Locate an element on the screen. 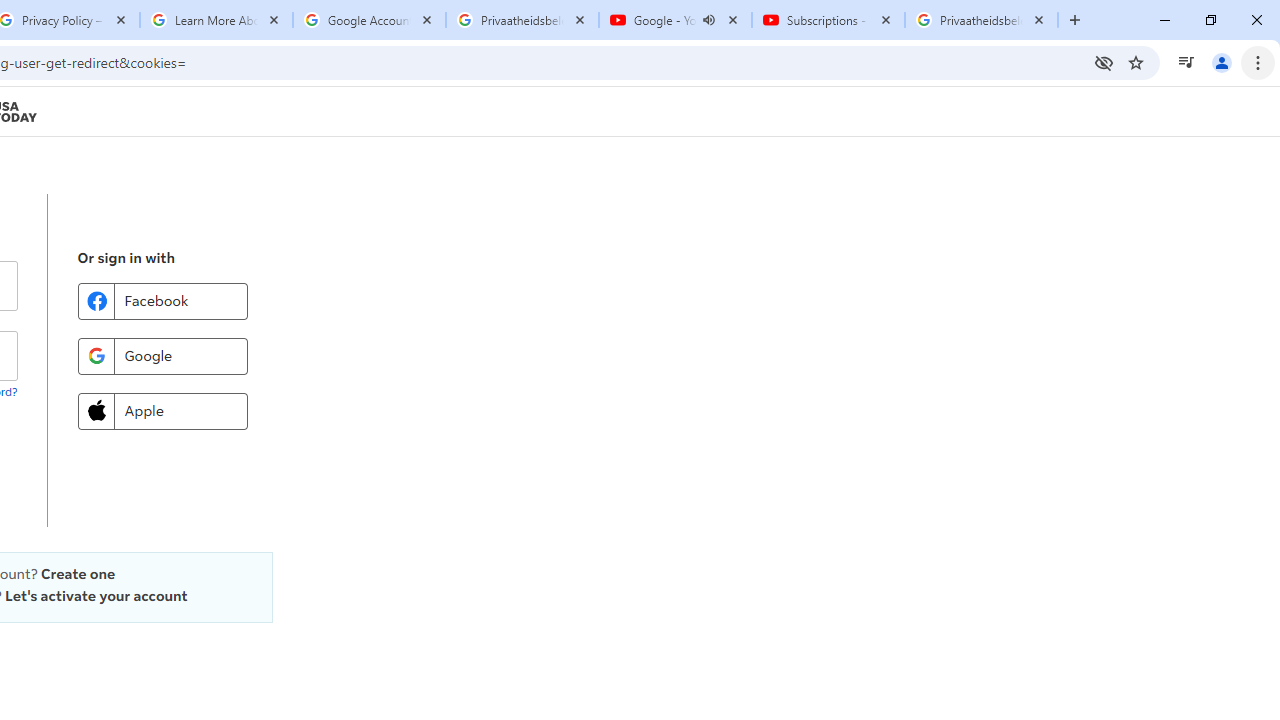 The image size is (1280, 720). 'New Tab' is located at coordinates (1074, 20).